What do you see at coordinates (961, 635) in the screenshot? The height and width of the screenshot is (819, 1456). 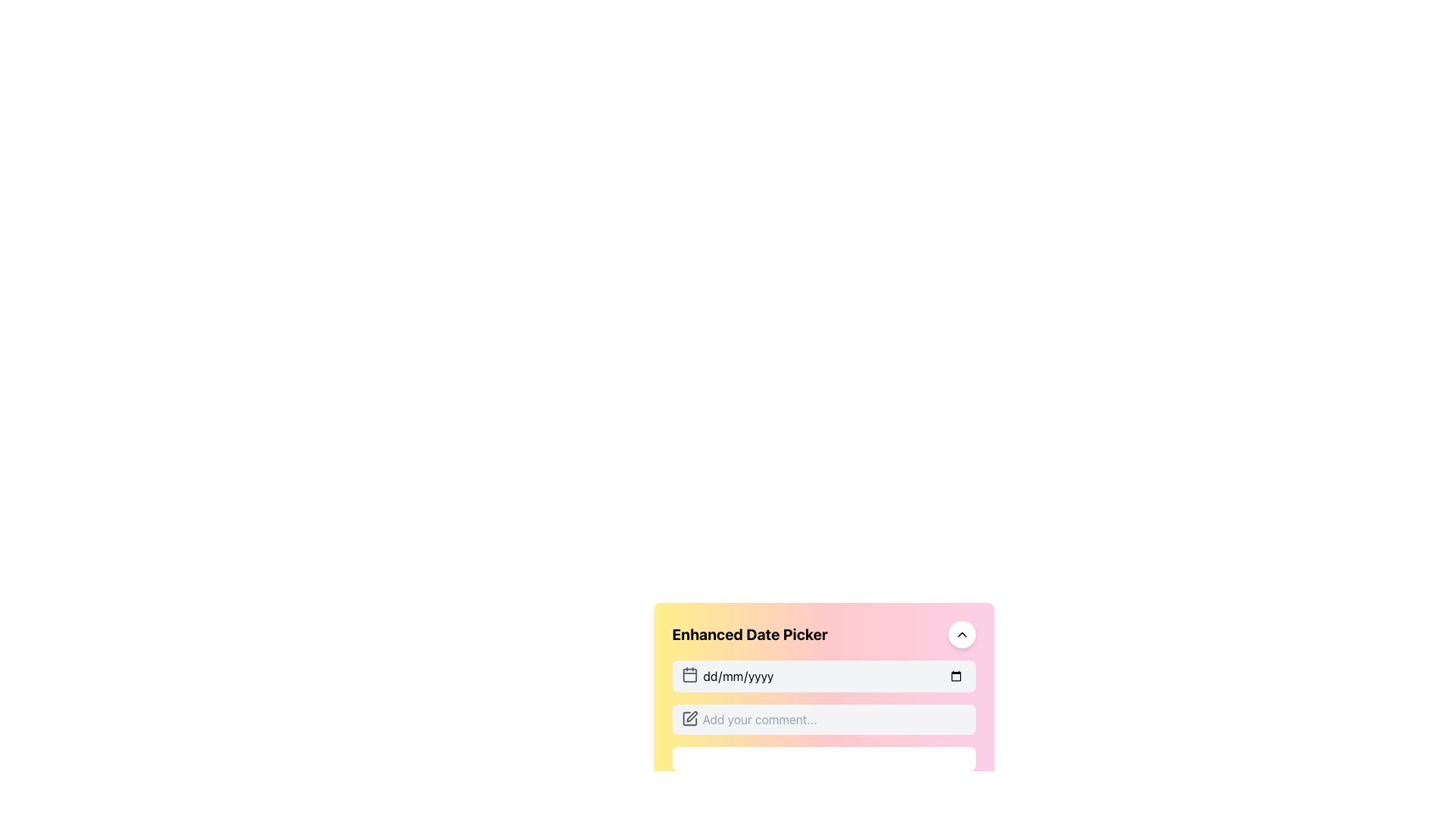 I see `the toggle button located at the rightmost end of the 'Enhanced Date Picker' header row` at bounding box center [961, 635].